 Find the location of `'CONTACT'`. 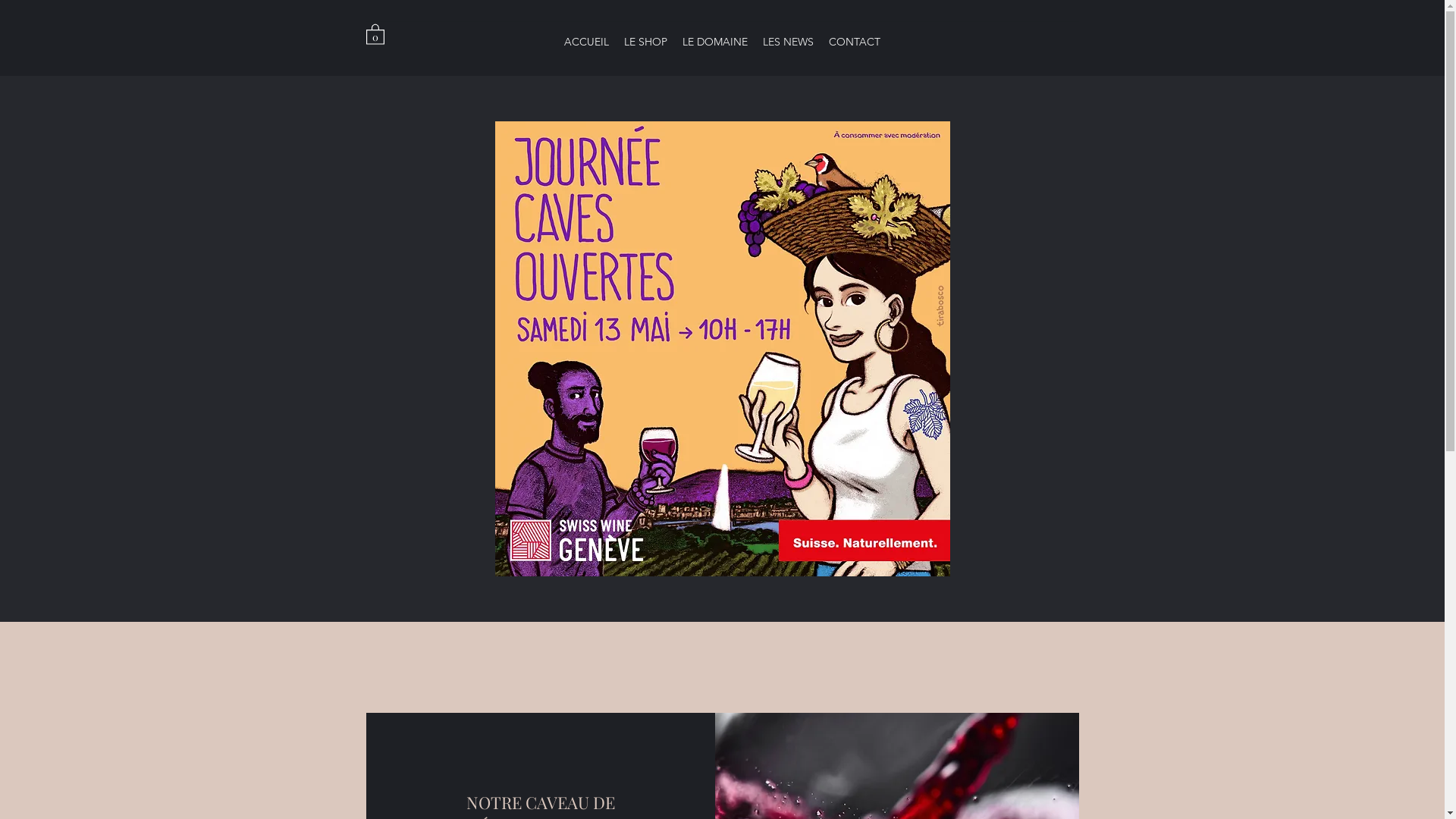

'CONTACT' is located at coordinates (855, 40).